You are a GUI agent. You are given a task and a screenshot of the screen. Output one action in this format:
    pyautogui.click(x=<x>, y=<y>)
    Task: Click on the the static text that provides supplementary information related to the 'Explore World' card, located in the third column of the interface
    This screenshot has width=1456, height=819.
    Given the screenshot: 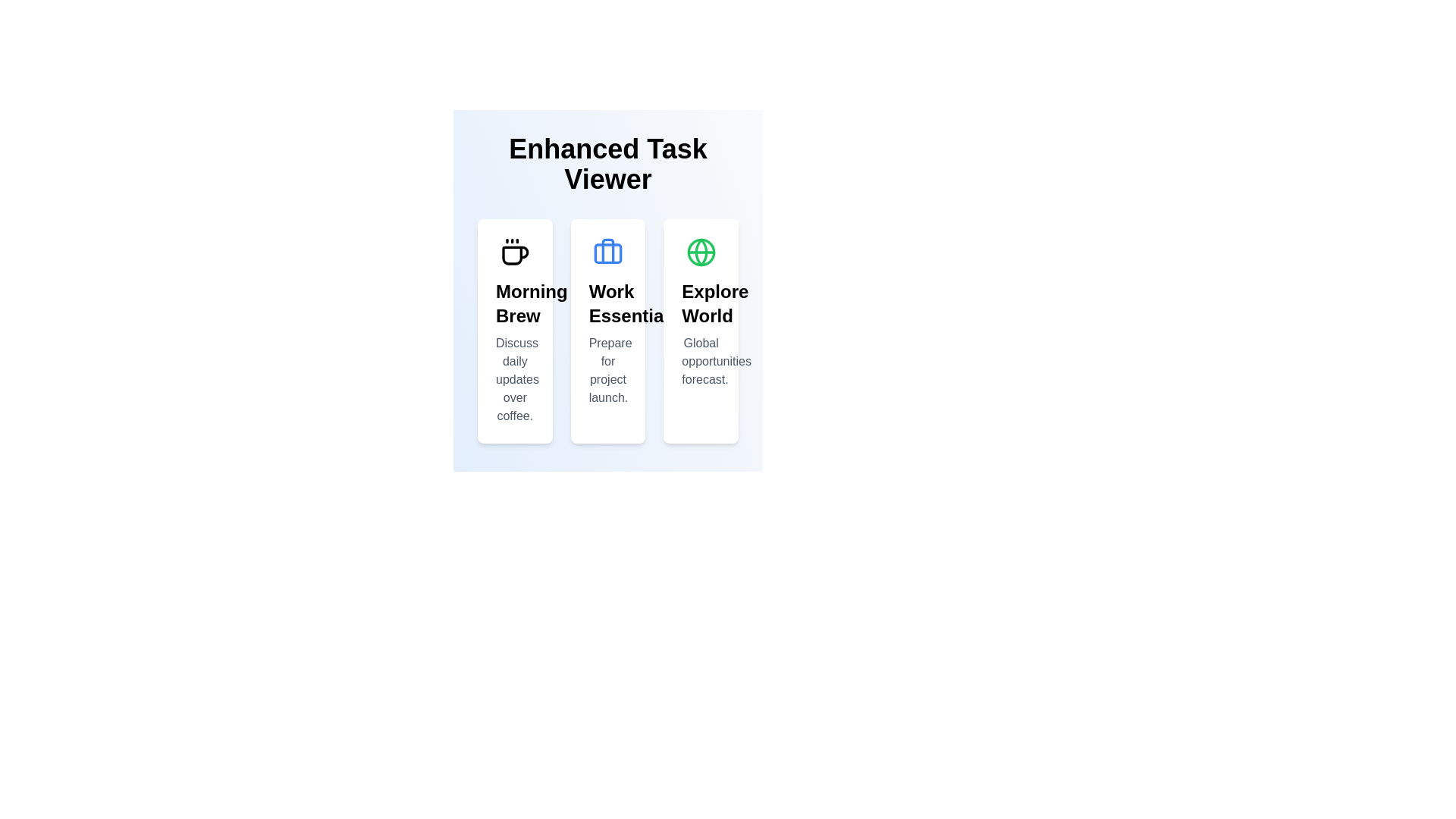 What is the action you would take?
    pyautogui.click(x=700, y=362)
    